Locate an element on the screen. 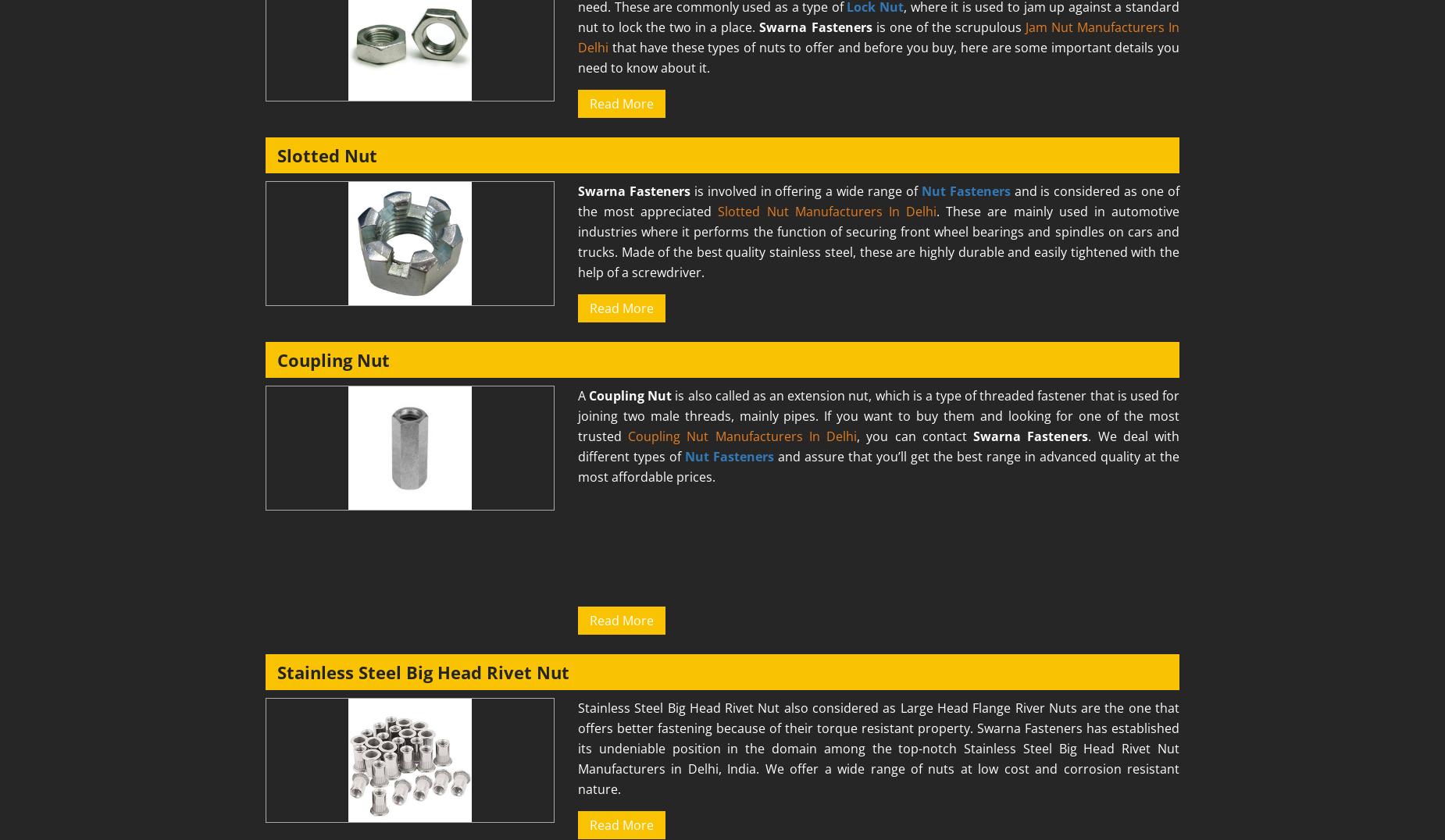 The width and height of the screenshot is (1445, 840). 'and is considered as one of the most appreciated' is located at coordinates (877, 201).